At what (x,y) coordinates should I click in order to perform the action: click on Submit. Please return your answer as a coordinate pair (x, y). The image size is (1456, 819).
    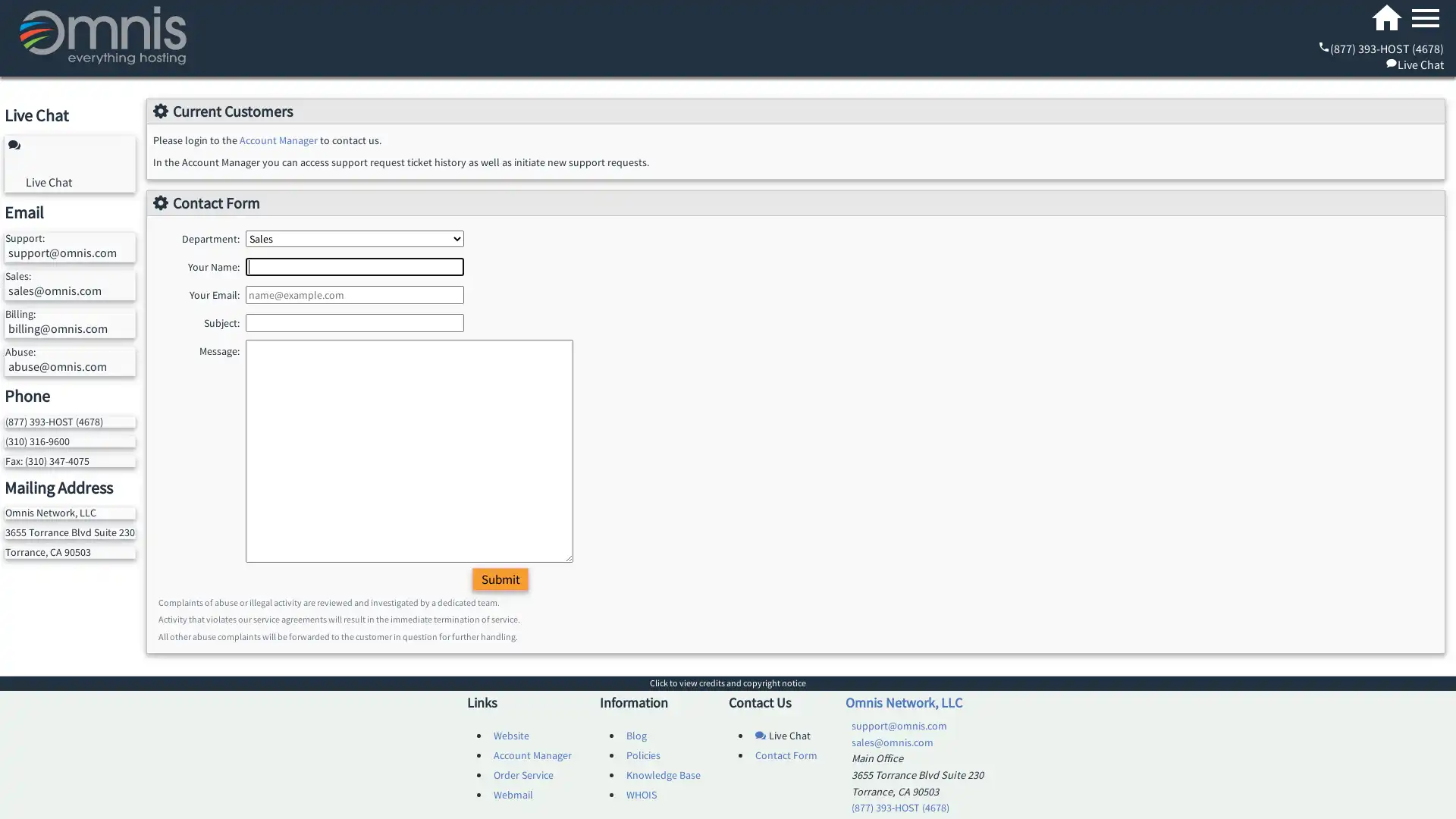
    Looking at the image, I should click on (500, 579).